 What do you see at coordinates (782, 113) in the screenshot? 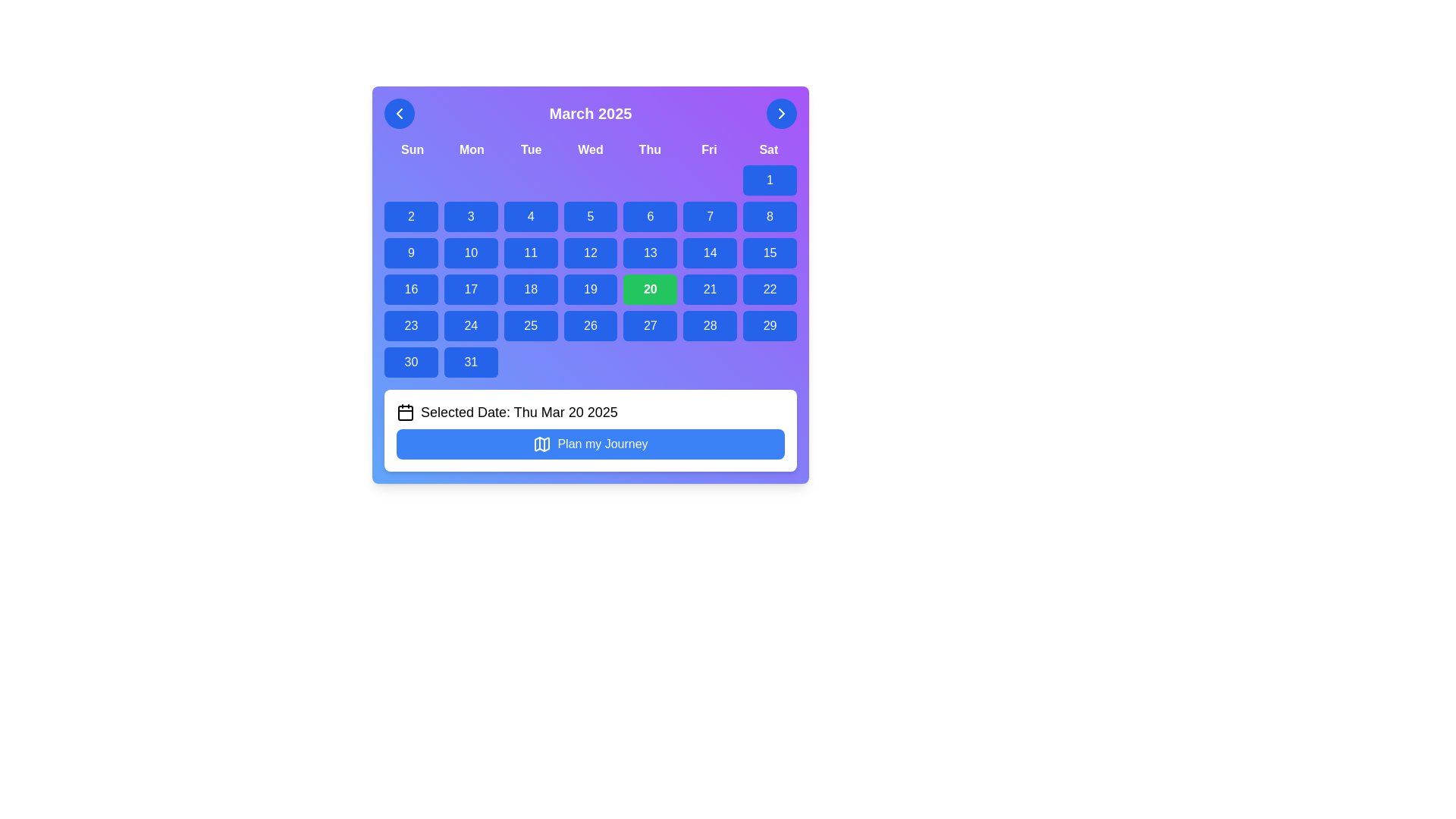
I see `the right-pointing chevron icon located at the top-right corner of the component interface` at bounding box center [782, 113].